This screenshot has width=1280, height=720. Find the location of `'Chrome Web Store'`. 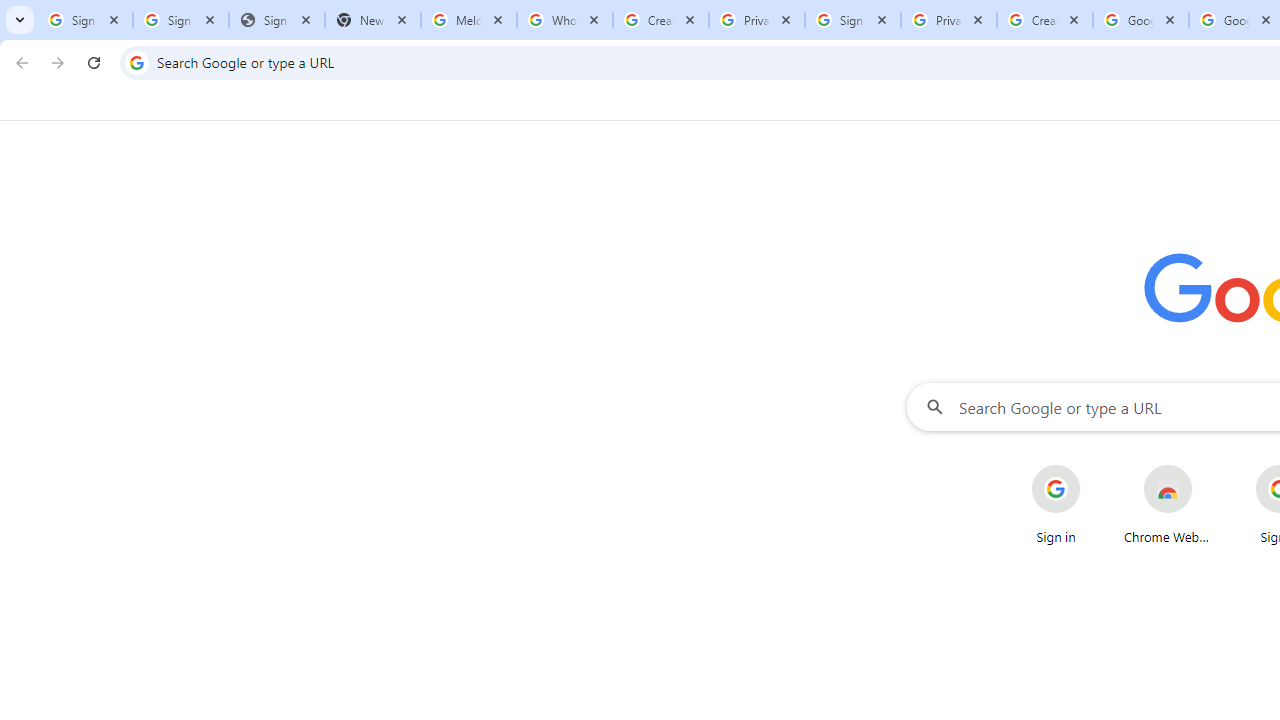

'Chrome Web Store' is located at coordinates (1168, 504).